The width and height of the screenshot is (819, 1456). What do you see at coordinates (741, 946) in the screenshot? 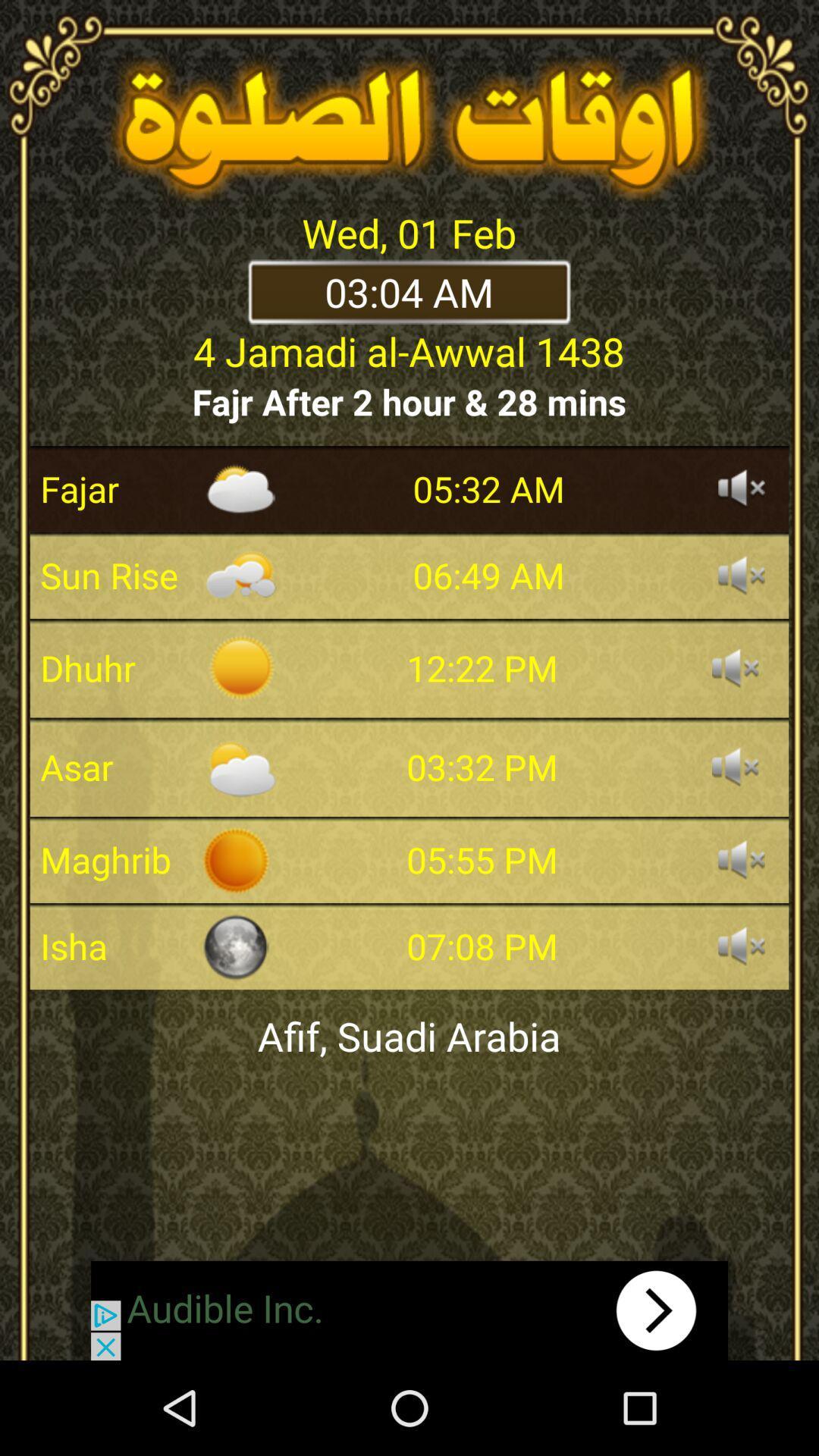
I see `mute` at bounding box center [741, 946].